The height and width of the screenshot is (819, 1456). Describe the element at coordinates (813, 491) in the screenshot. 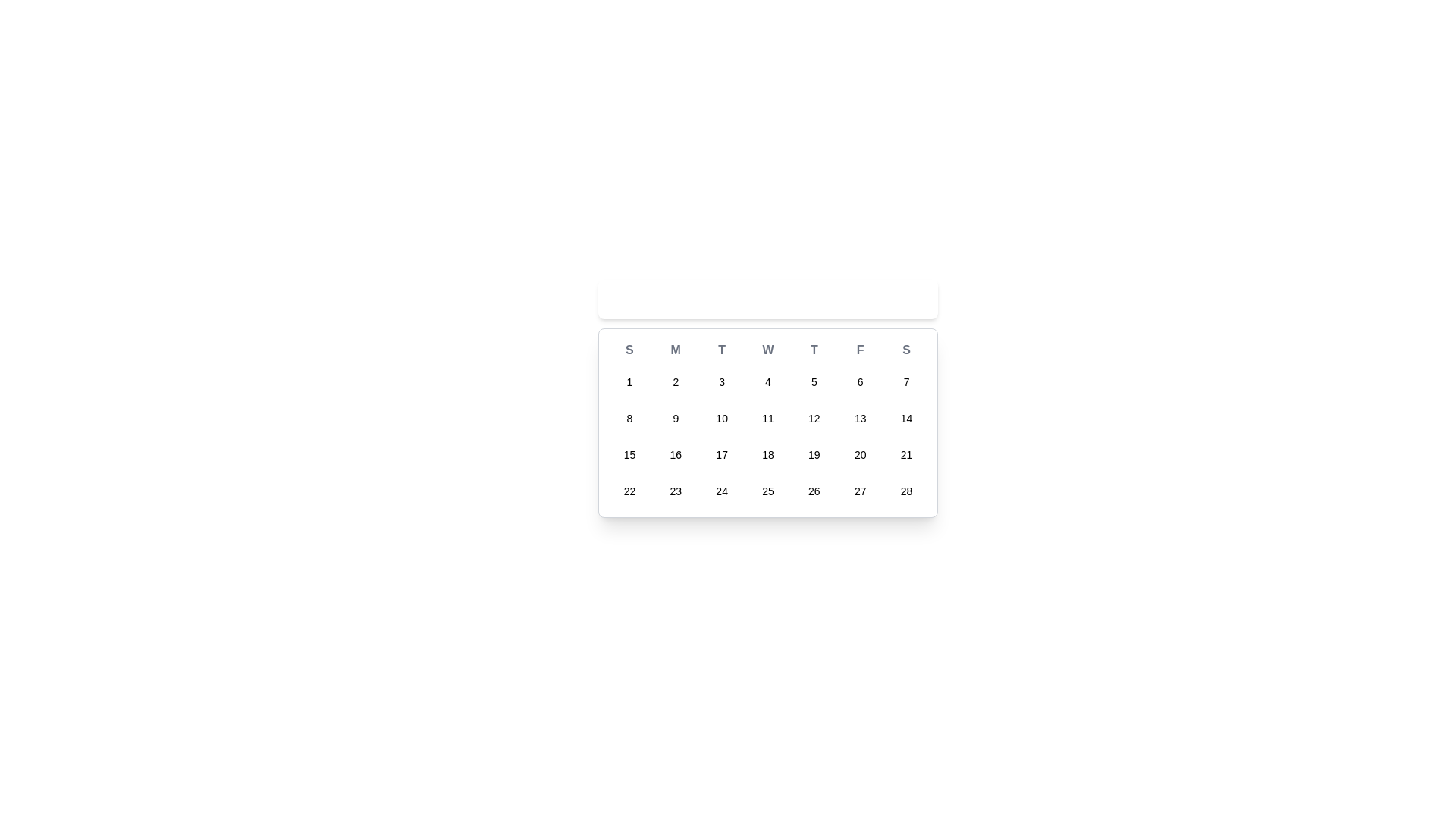

I see `the selectable day button in the calendar interface` at that location.